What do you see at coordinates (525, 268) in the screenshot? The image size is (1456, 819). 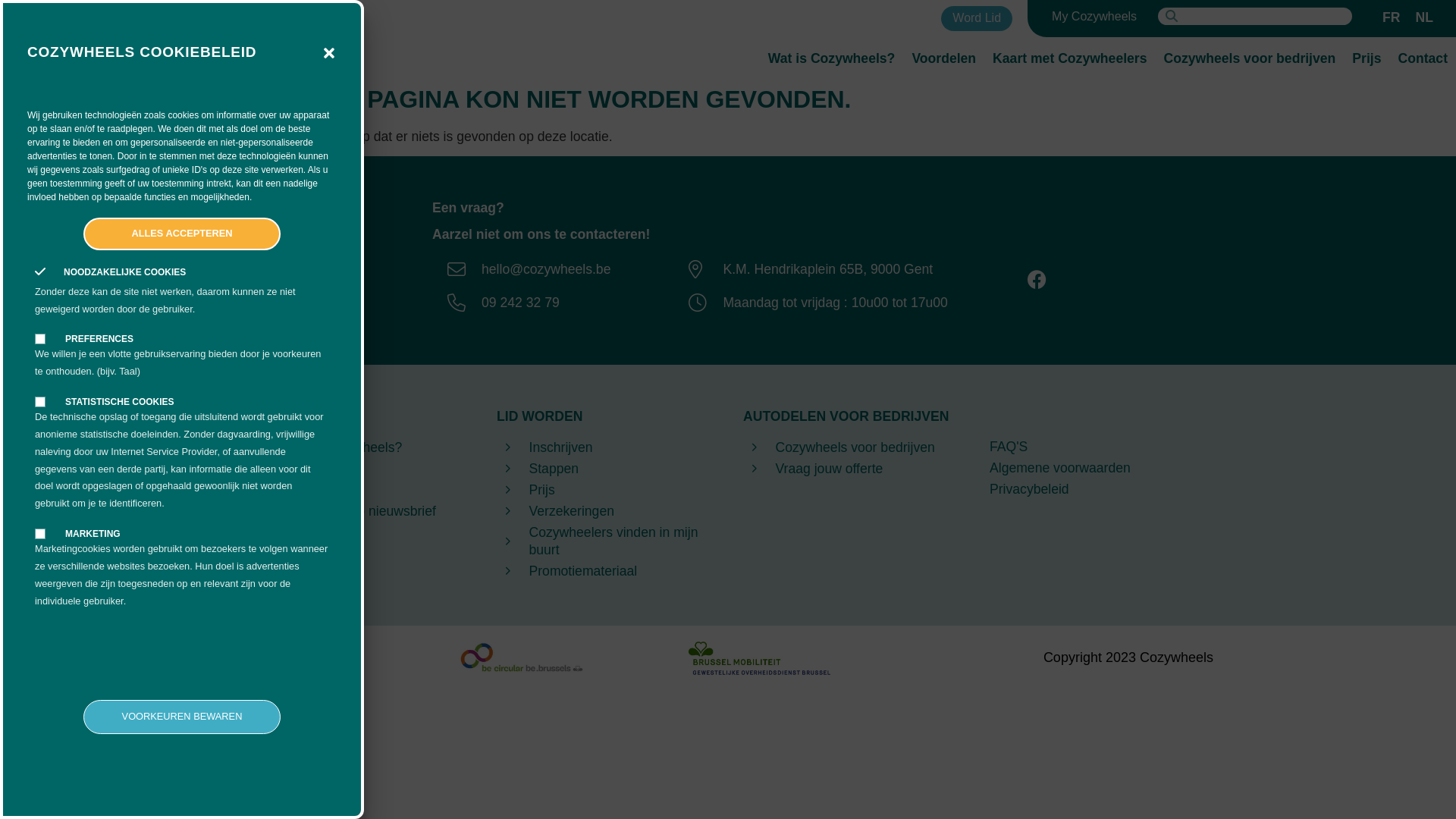 I see `'hello@cozywheels.be'` at bounding box center [525, 268].